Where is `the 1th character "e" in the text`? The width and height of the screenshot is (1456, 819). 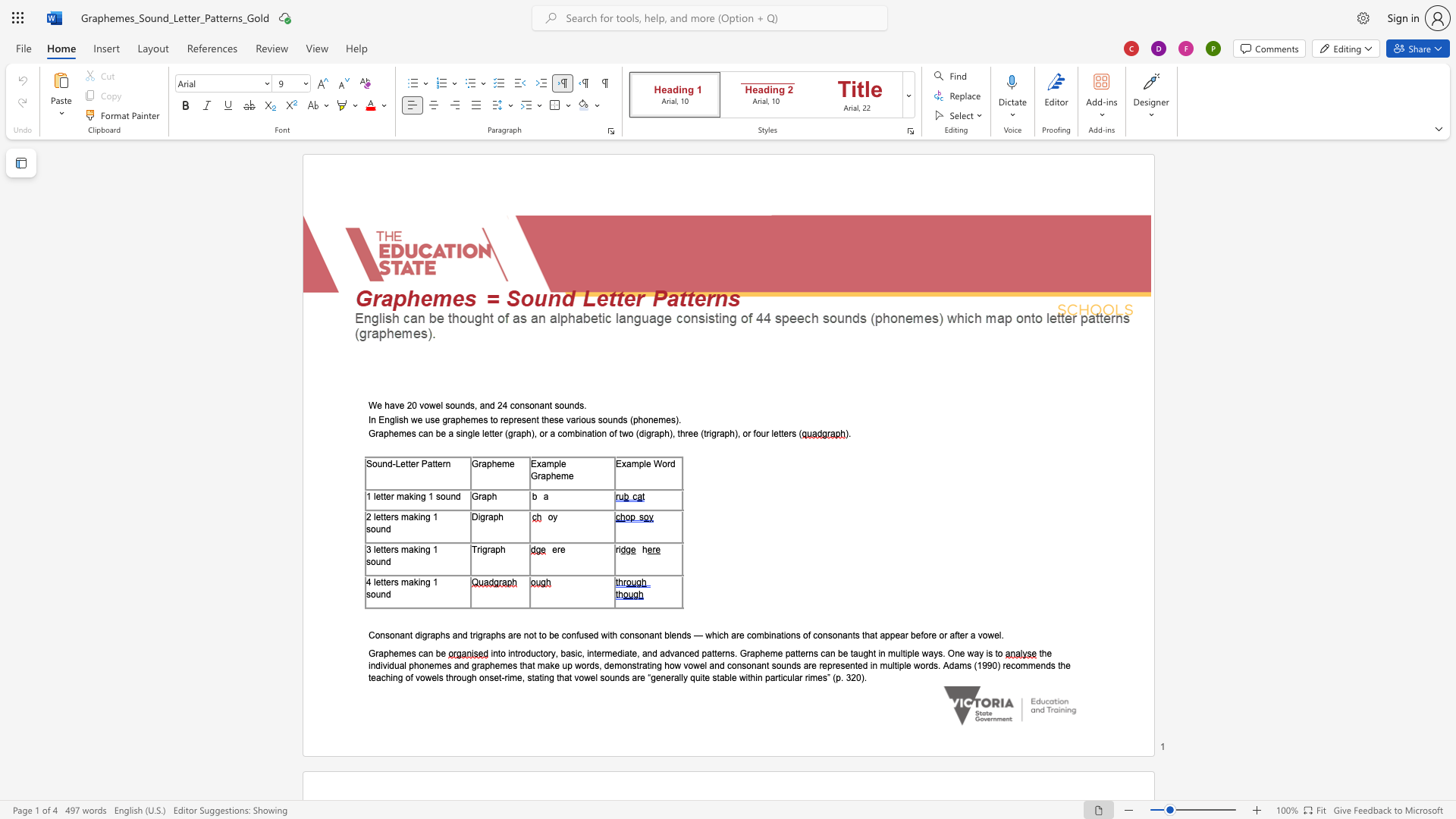
the 1th character "e" in the text is located at coordinates (420, 419).